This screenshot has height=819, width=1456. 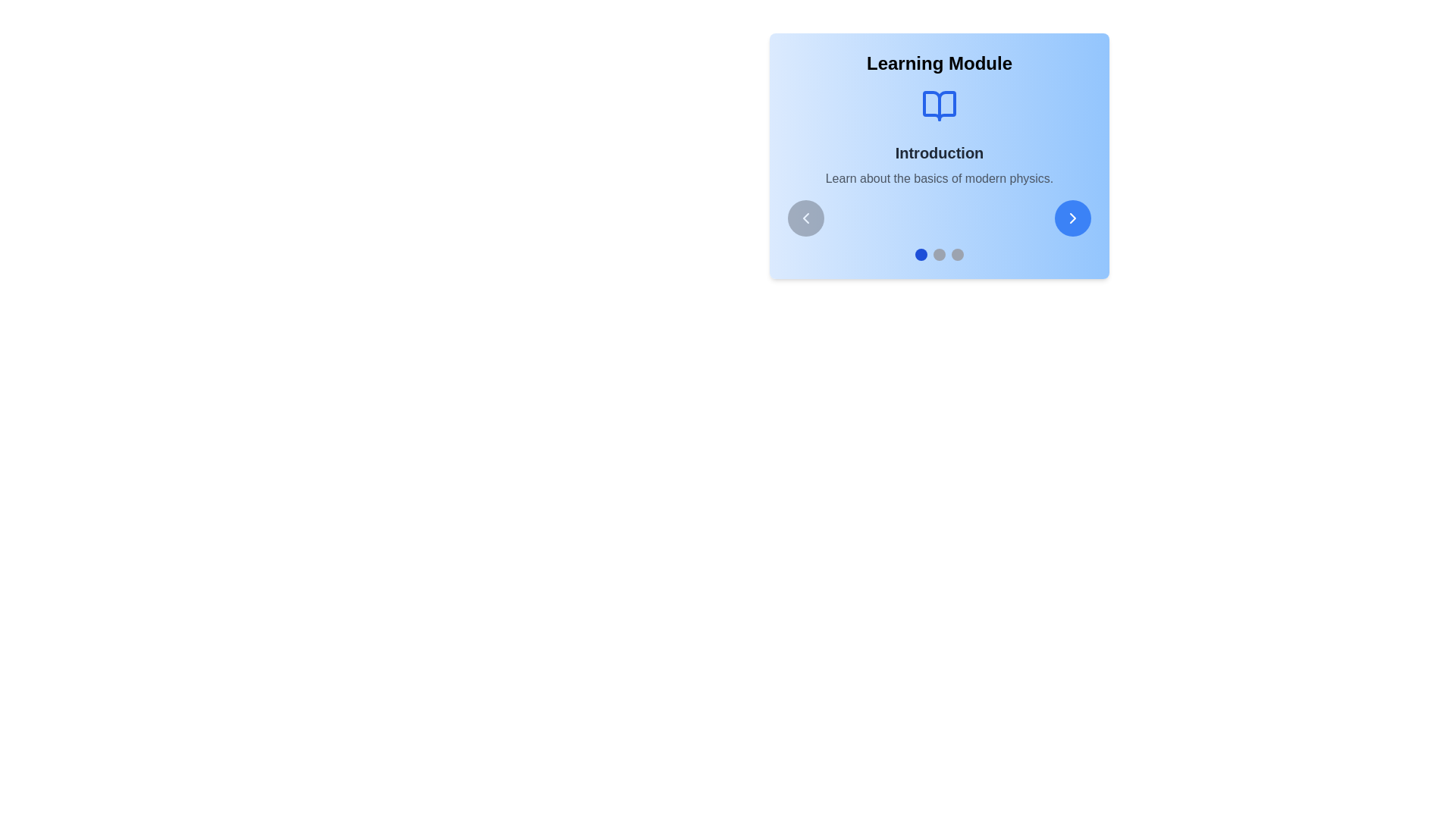 I want to click on the third circular indicator button with a gray background in the carousel or stepper control located at the bottom center of the 'Learning Module' panel, so click(x=956, y=253).